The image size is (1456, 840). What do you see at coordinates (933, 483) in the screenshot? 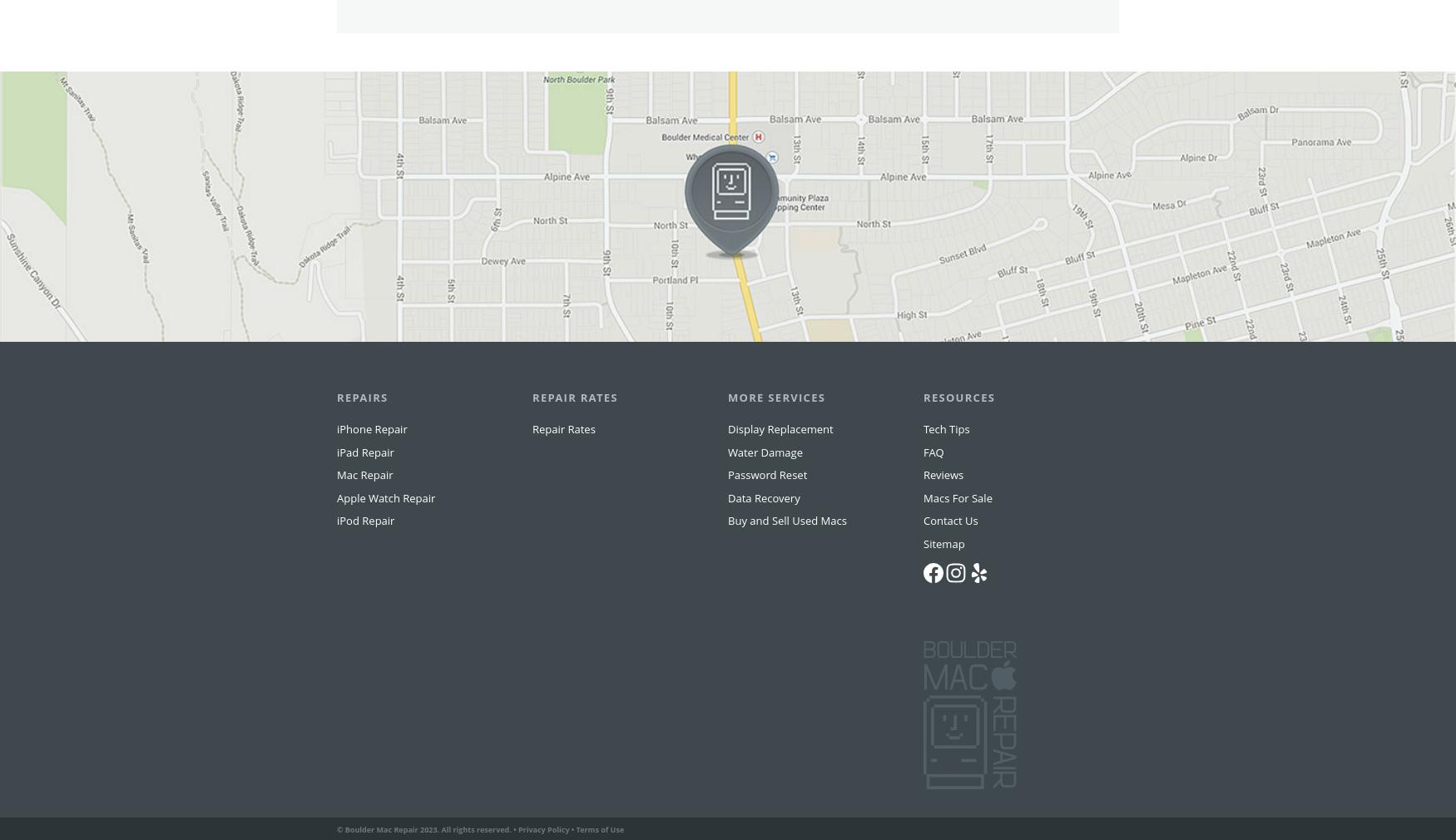
I see `'FAQ'` at bounding box center [933, 483].